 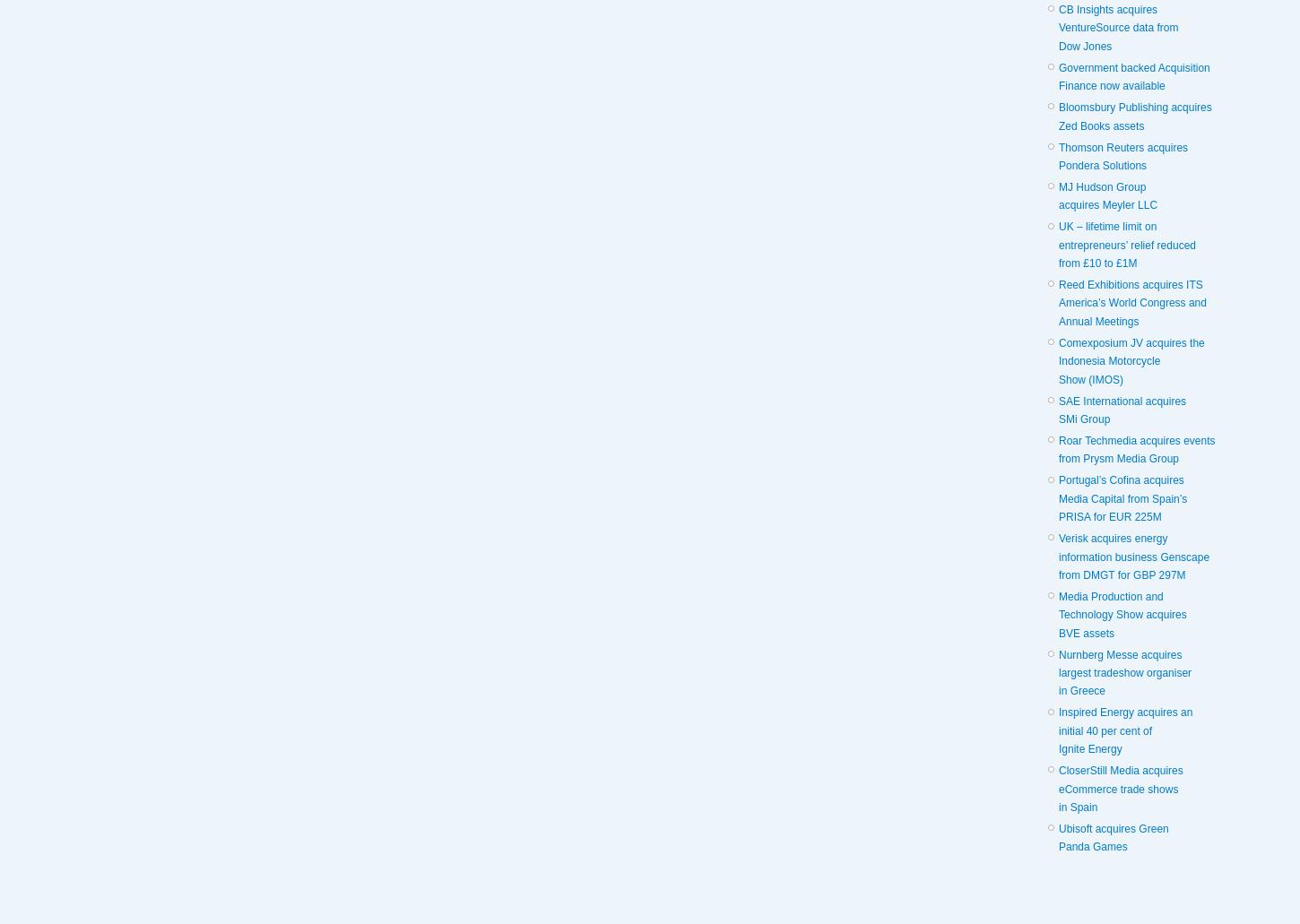 I want to click on 'Thomson Reuters acquires Pondera Solutions', so click(x=1122, y=155).